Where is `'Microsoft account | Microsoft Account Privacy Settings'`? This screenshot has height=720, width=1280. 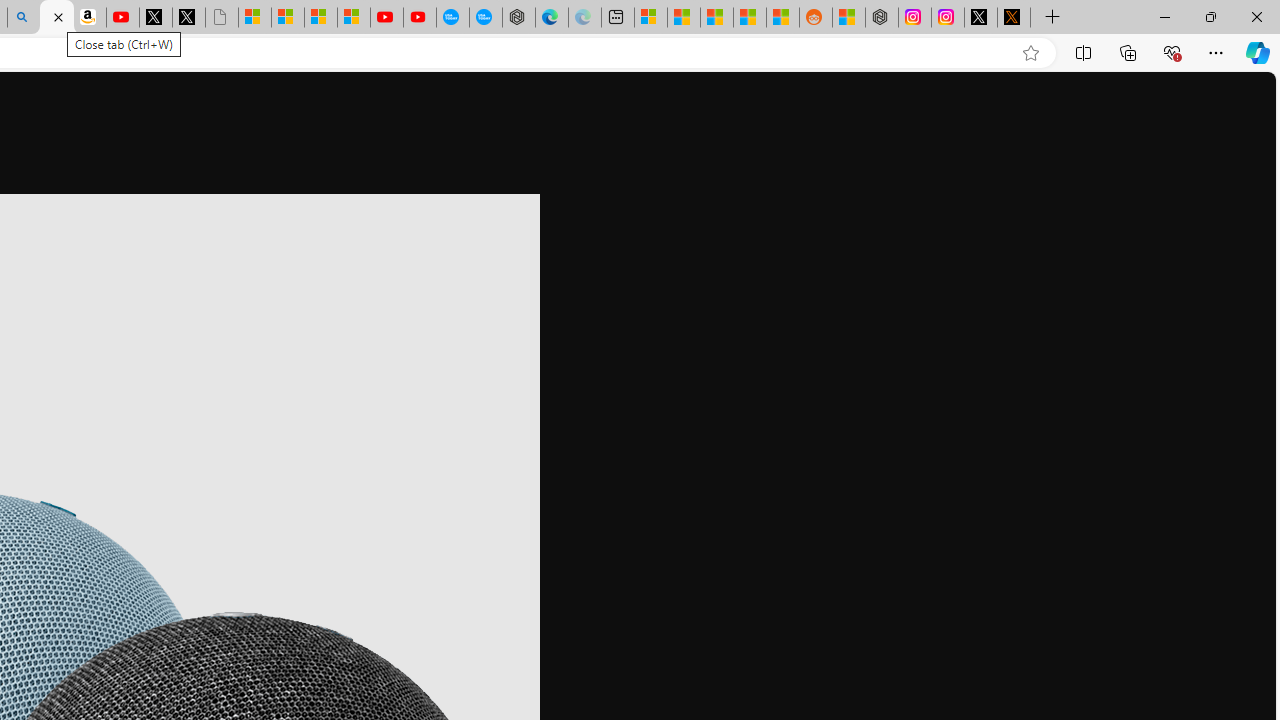
'Microsoft account | Microsoft Account Privacy Settings' is located at coordinates (650, 17).